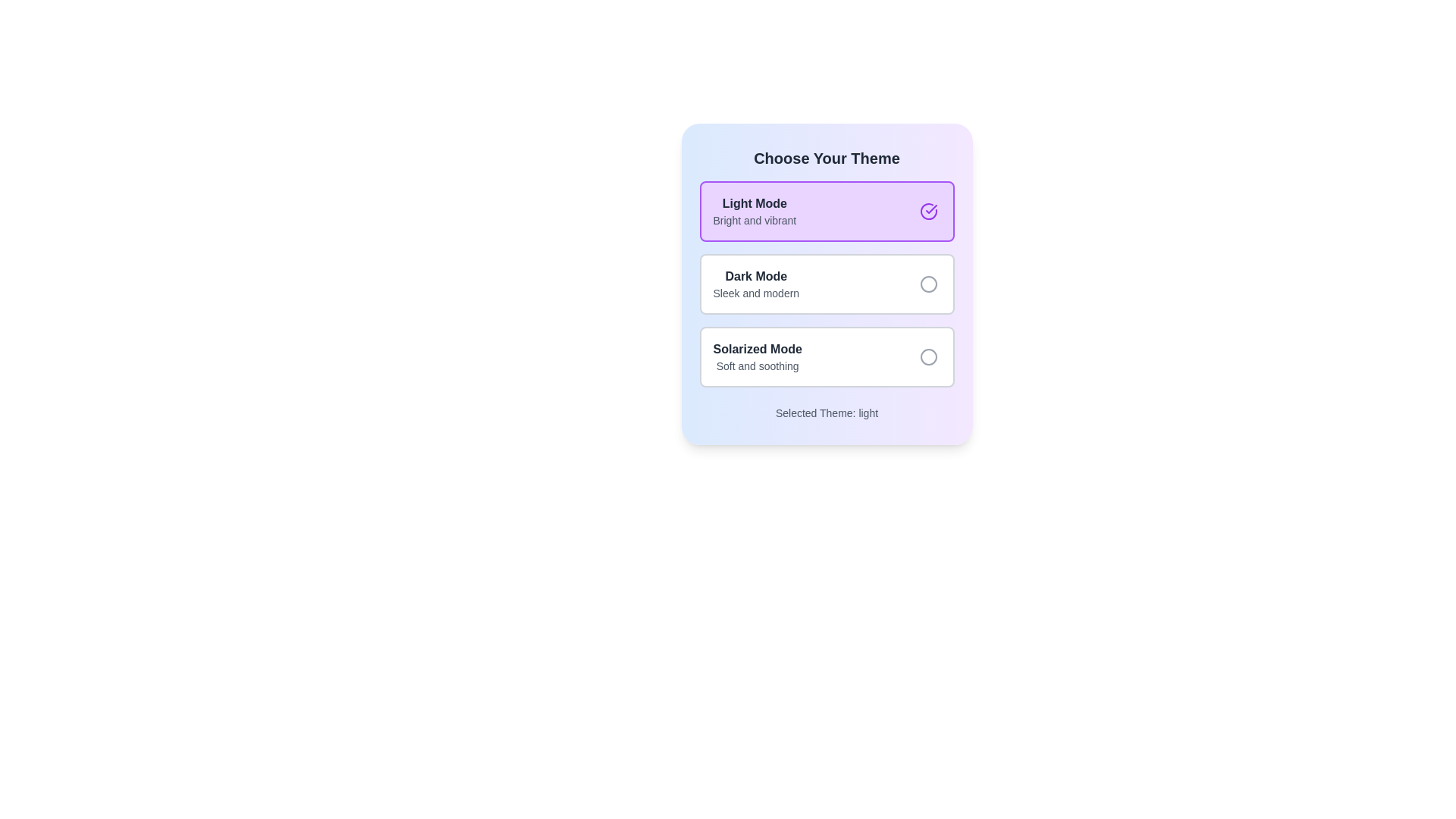  What do you see at coordinates (762, 284) in the screenshot?
I see `the 'Dark Mode' label element in the settings menu` at bounding box center [762, 284].